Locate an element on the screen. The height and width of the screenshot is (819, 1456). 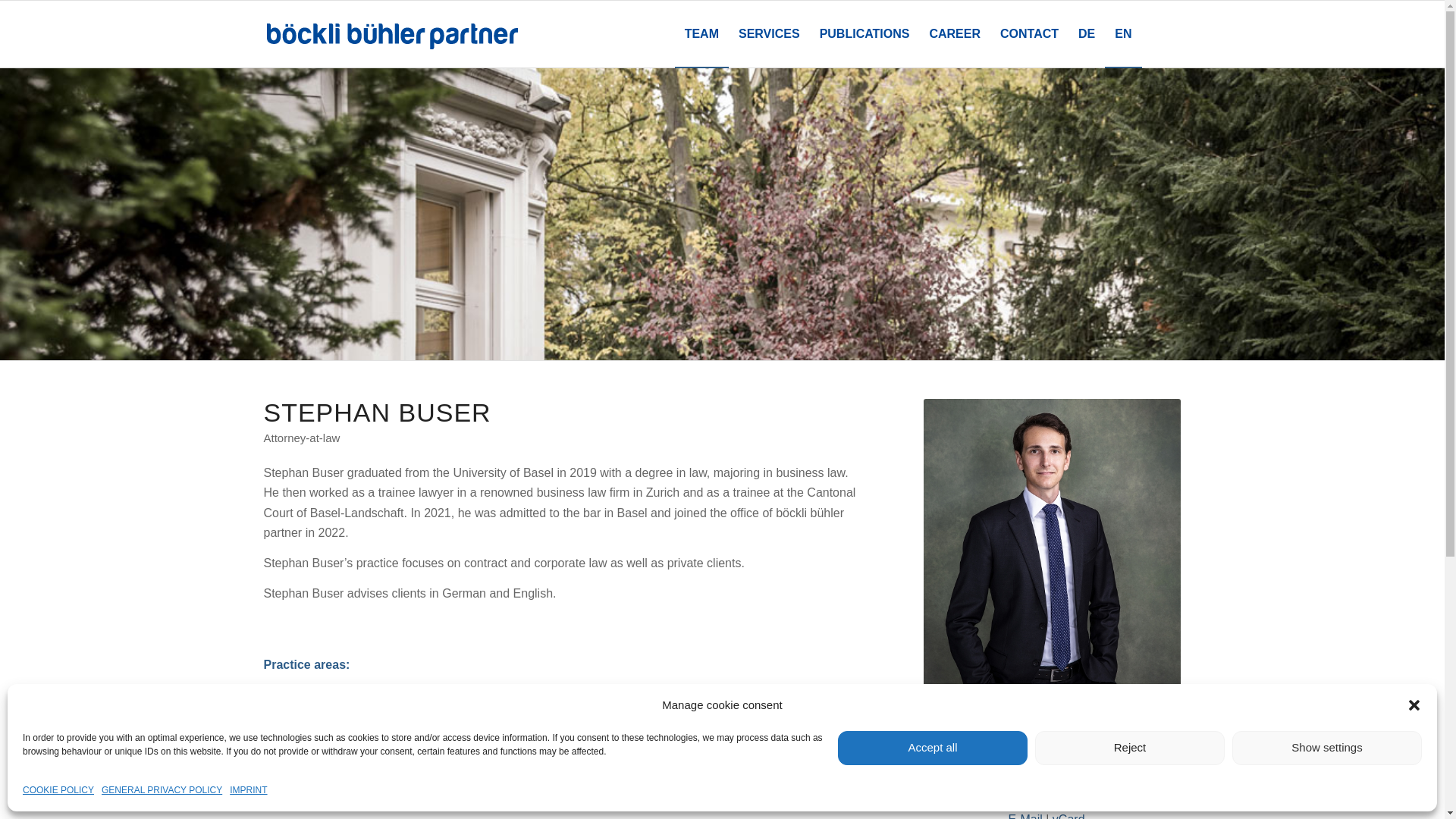
'DE' is located at coordinates (1086, 34).